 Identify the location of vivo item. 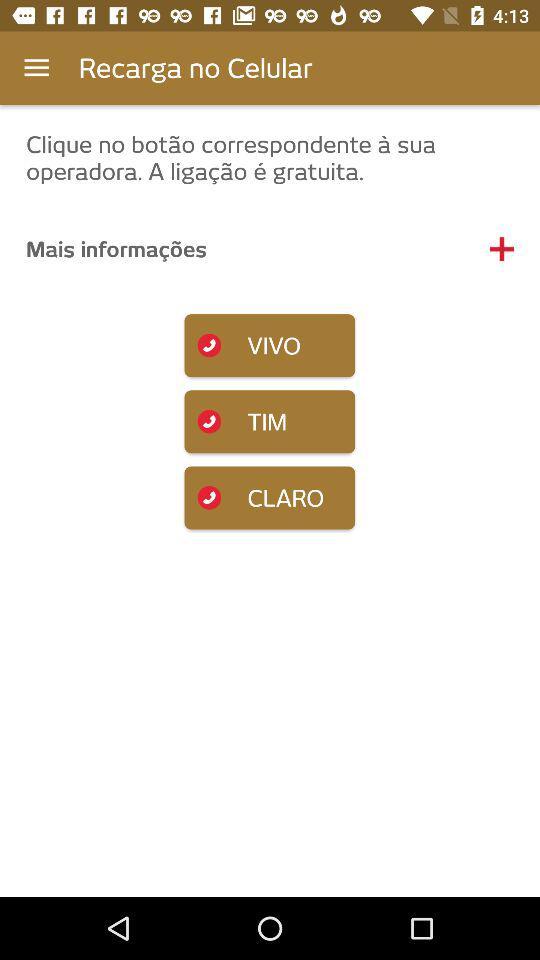
(269, 345).